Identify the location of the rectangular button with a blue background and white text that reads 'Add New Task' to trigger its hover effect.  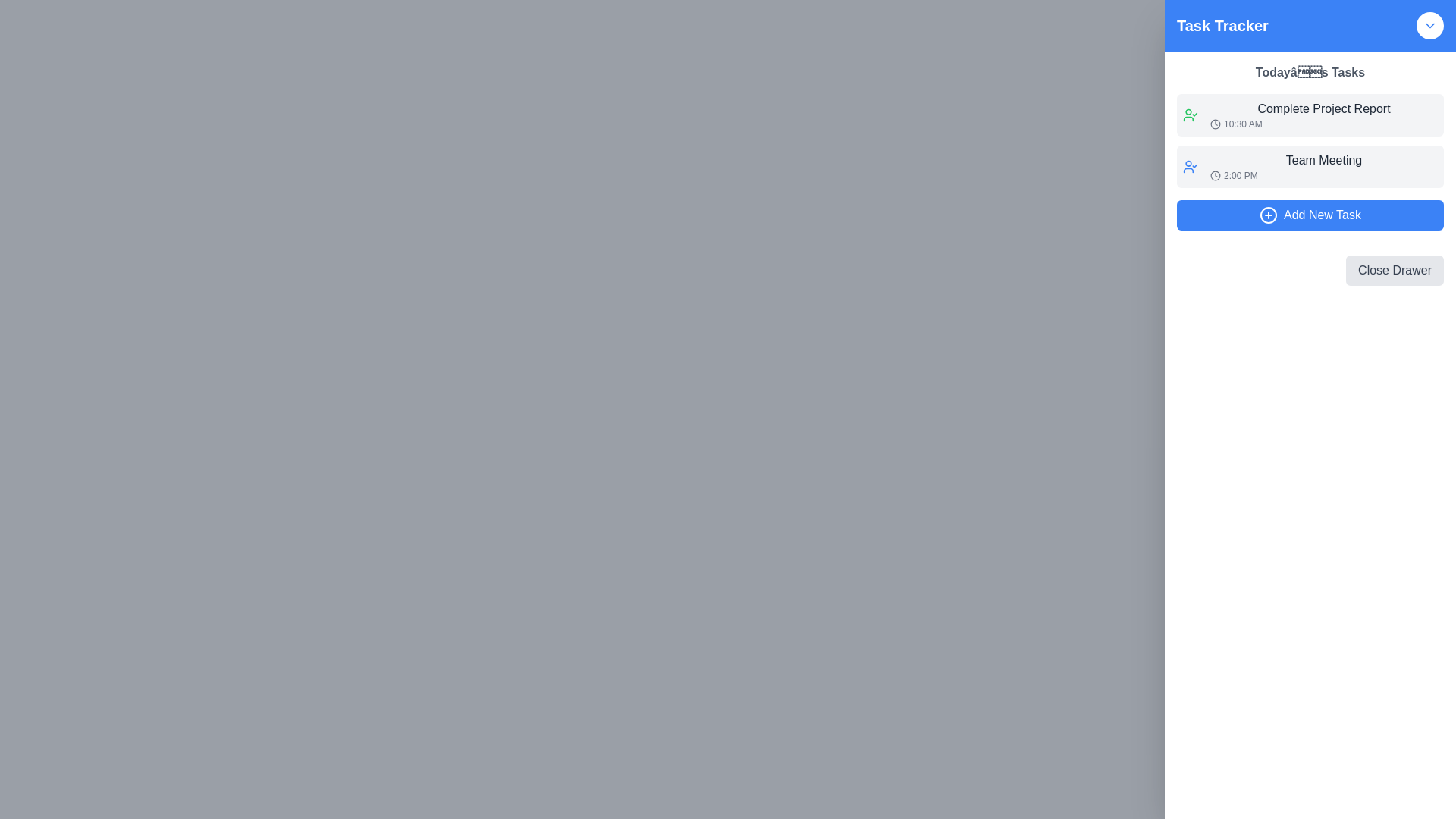
(1310, 215).